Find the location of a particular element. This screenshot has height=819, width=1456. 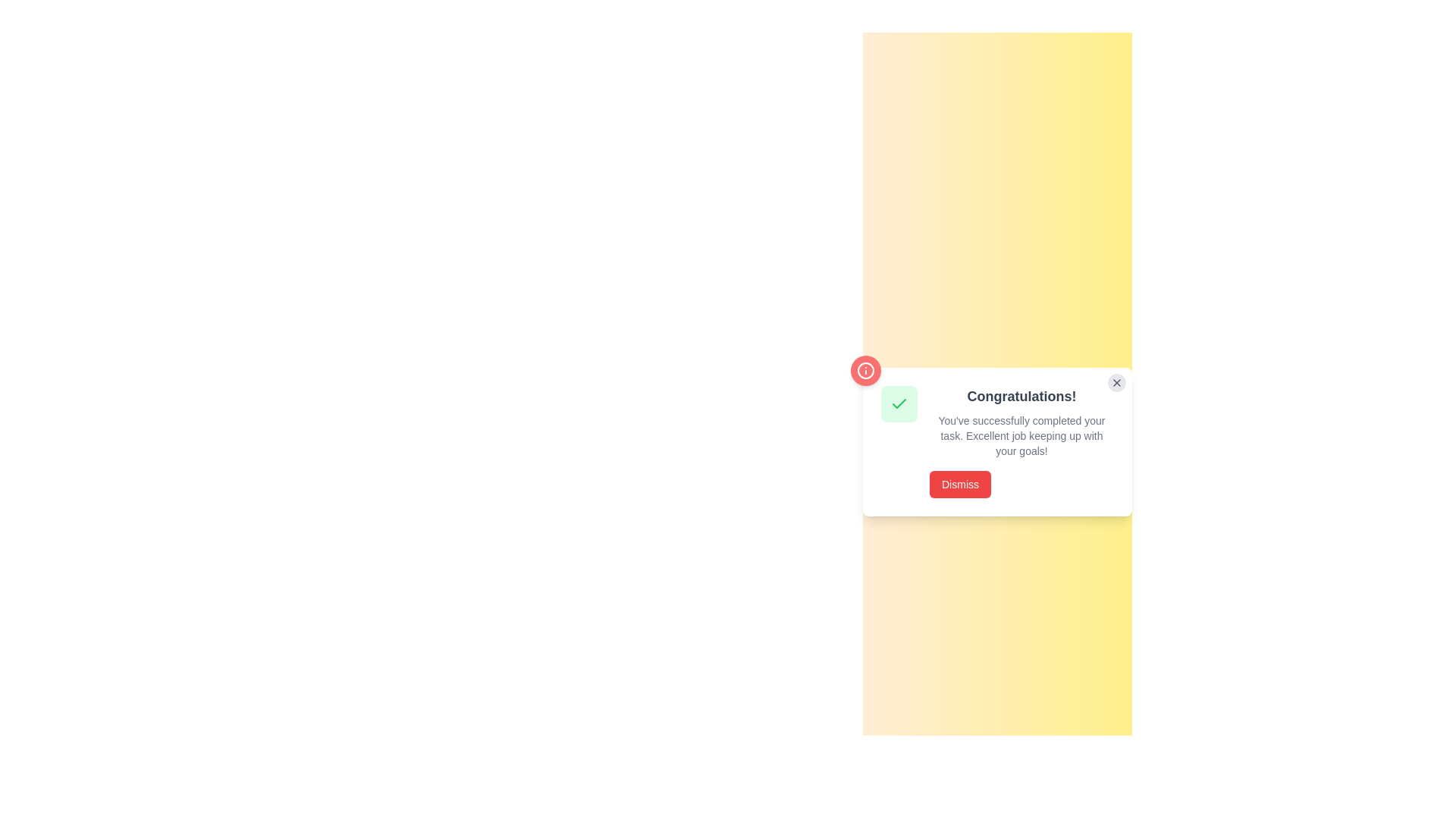

the red button located in the bottom-right corner of the dialog box to observe the color change is located at coordinates (959, 485).